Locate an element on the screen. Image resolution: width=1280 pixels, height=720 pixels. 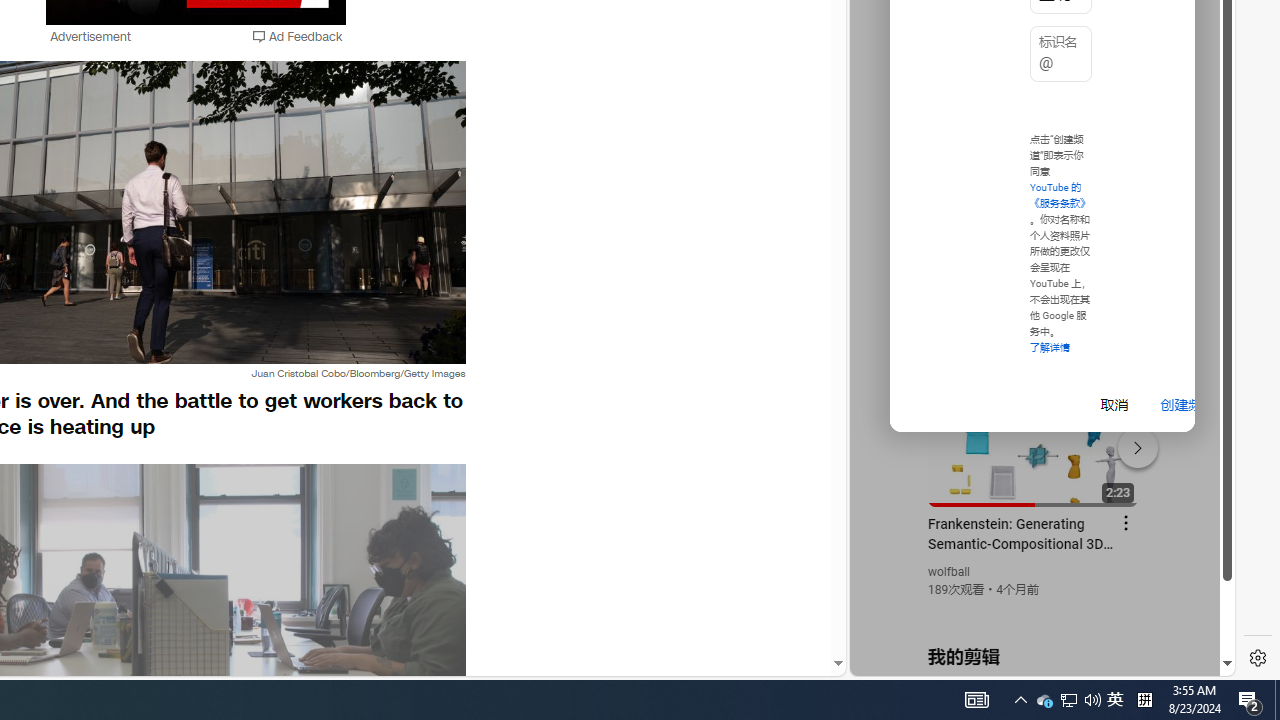
'YouTube' is located at coordinates (1034, 431).